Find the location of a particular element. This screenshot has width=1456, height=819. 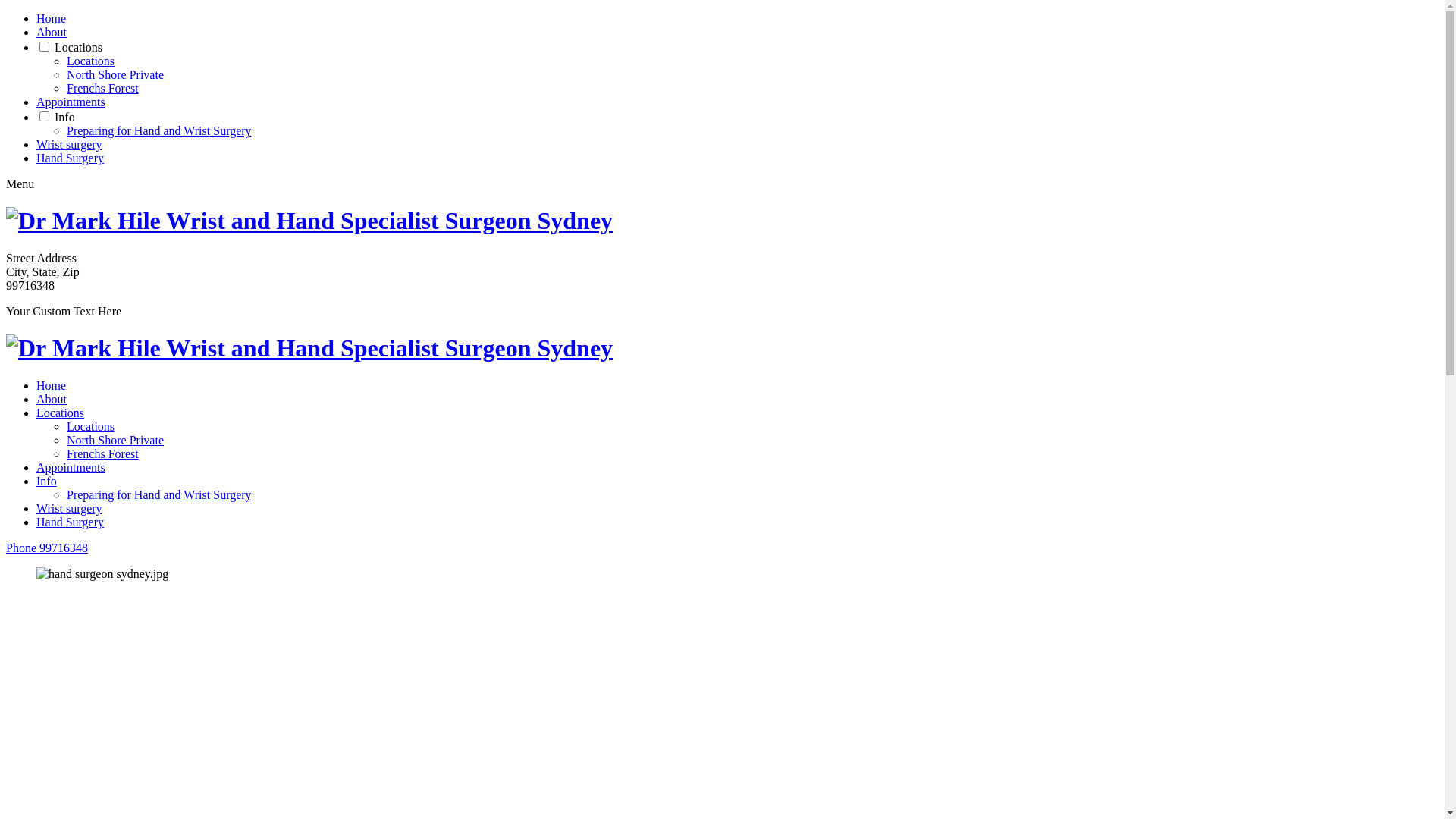

'Preparing for Hand and Wrist Surgery' is located at coordinates (159, 494).